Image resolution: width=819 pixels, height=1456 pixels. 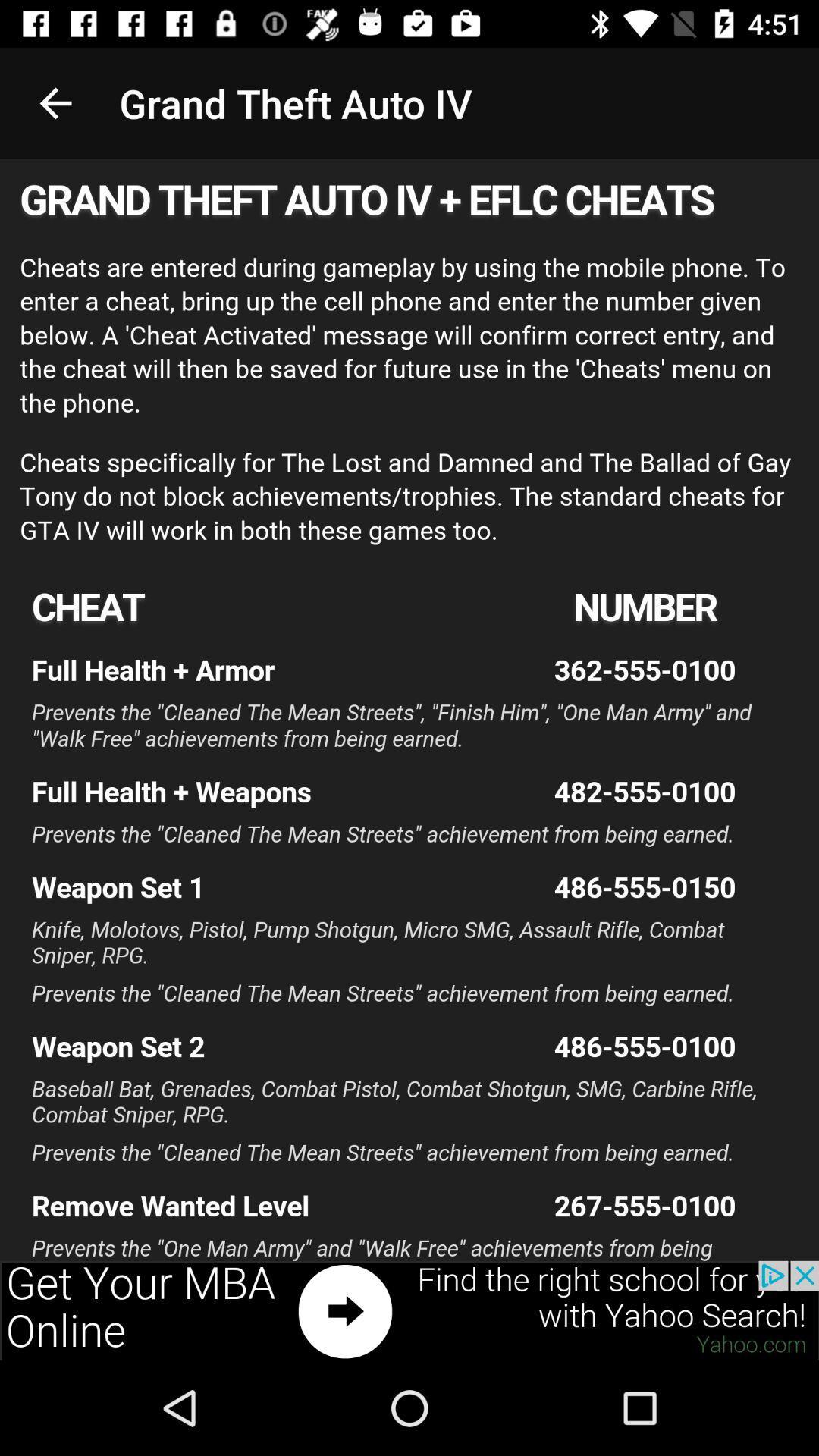 I want to click on tap advertisement, so click(x=409, y=1310).